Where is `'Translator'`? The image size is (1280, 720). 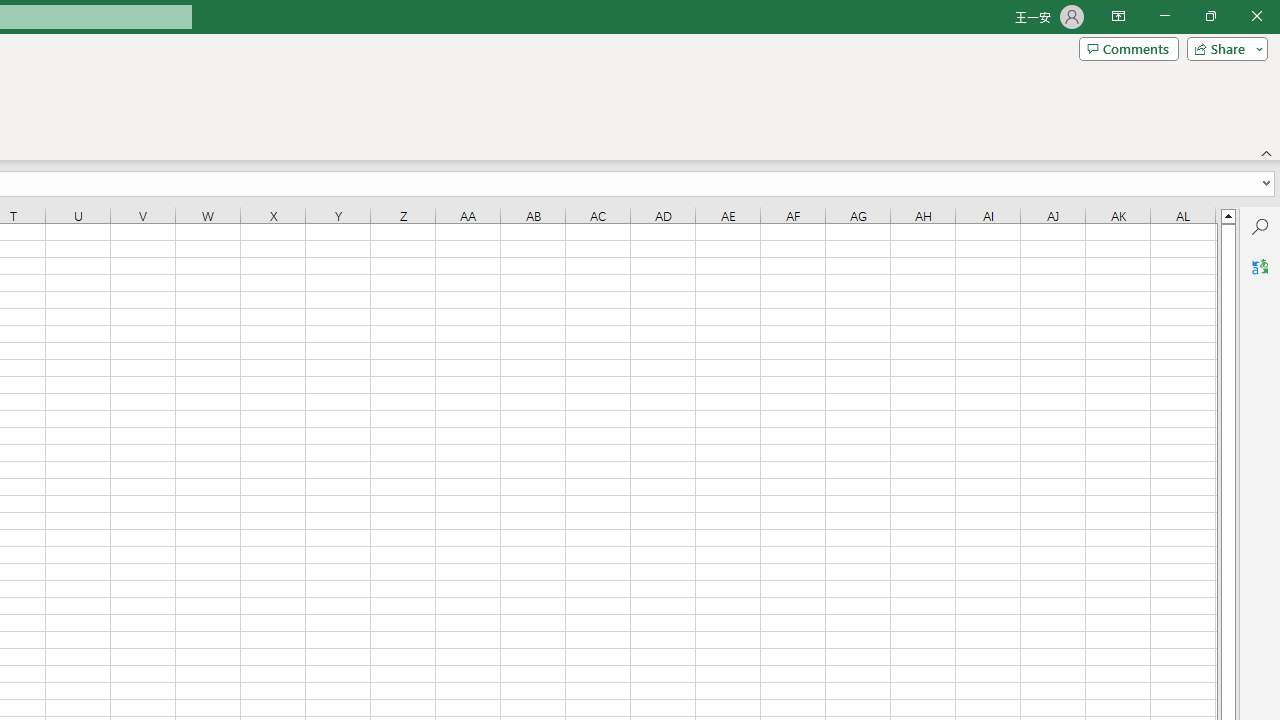
'Translator' is located at coordinates (1259, 266).